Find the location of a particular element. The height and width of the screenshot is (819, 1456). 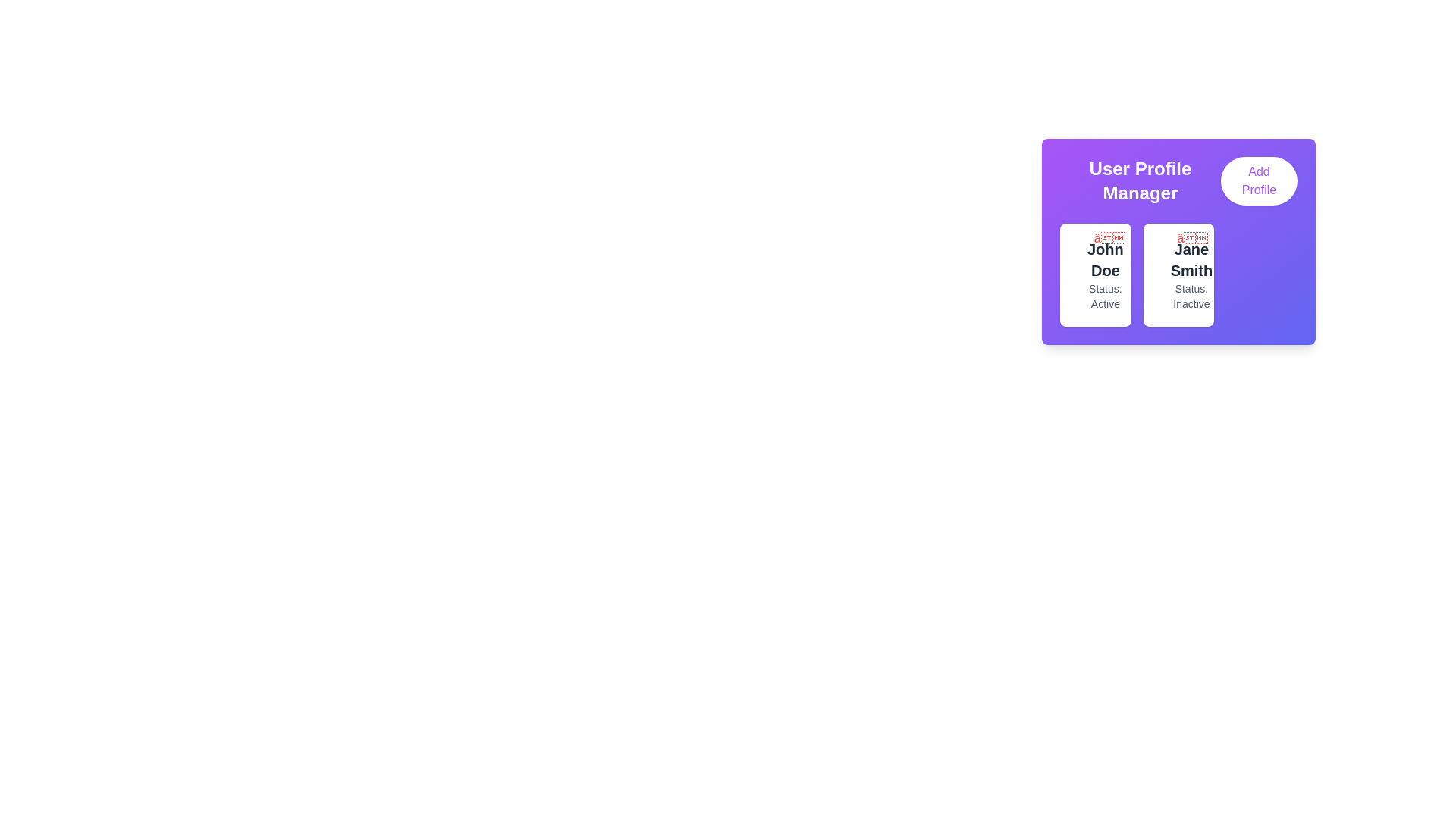

the static text label that indicates the current status of the user, located below the 'John Doe' label in the first card of the 'User Profile Manager' panel is located at coordinates (1105, 296).